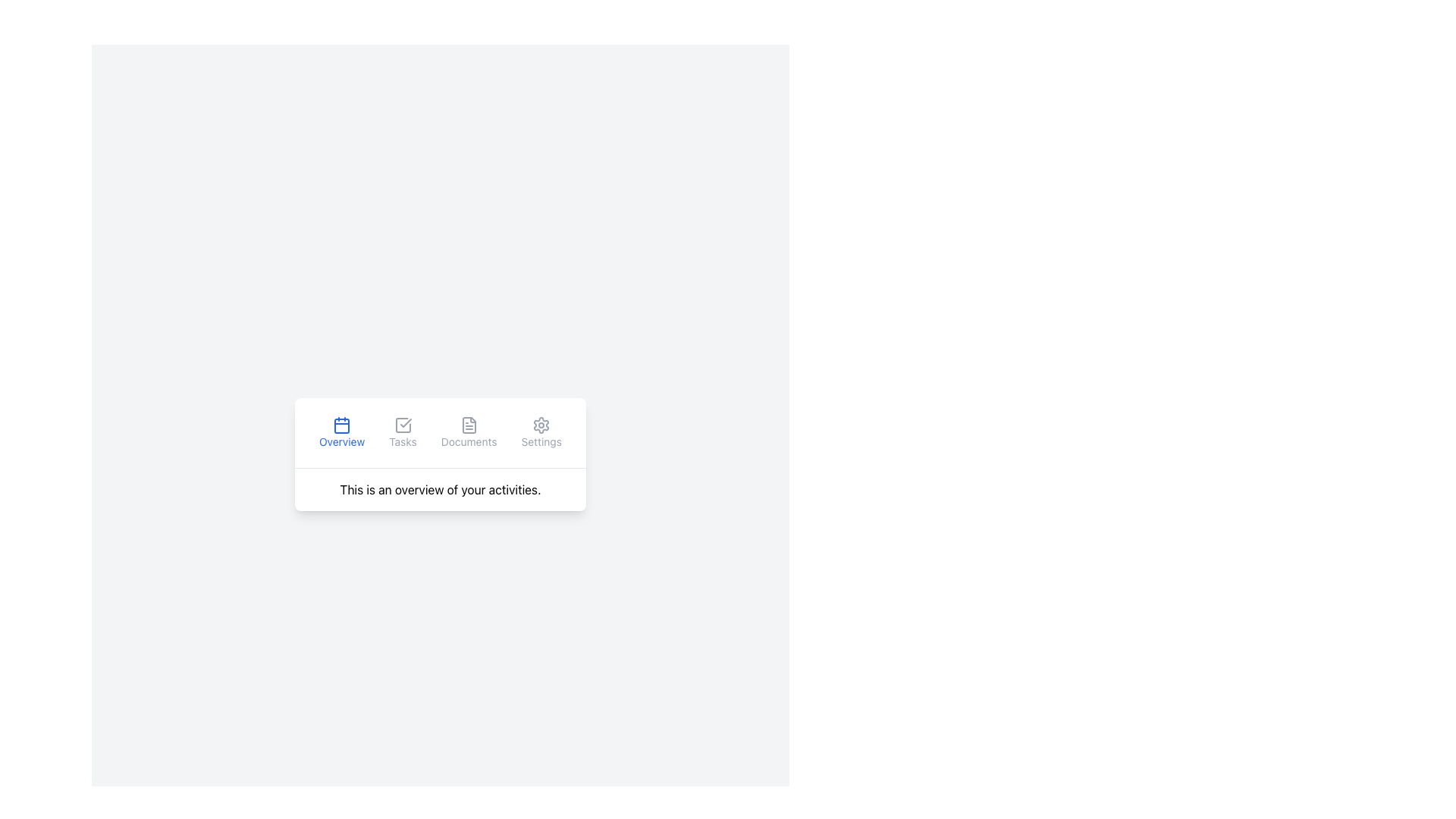  Describe the element at coordinates (541, 424) in the screenshot. I see `the gear-shaped icon located in the 'Settings' tab of the navigation bar` at that location.